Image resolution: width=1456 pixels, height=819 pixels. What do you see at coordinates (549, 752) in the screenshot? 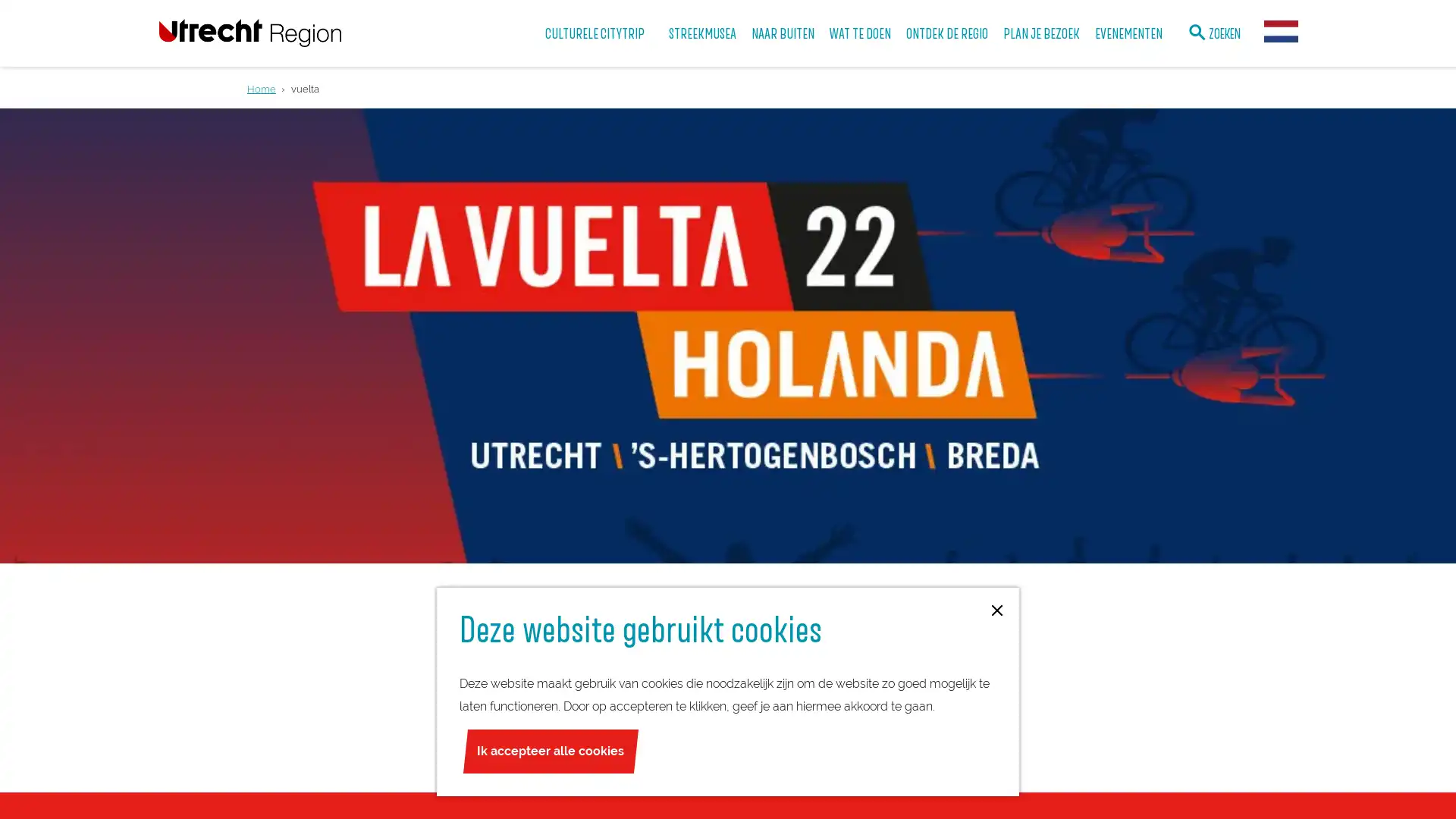
I see `Ik accepteer alle cookies` at bounding box center [549, 752].